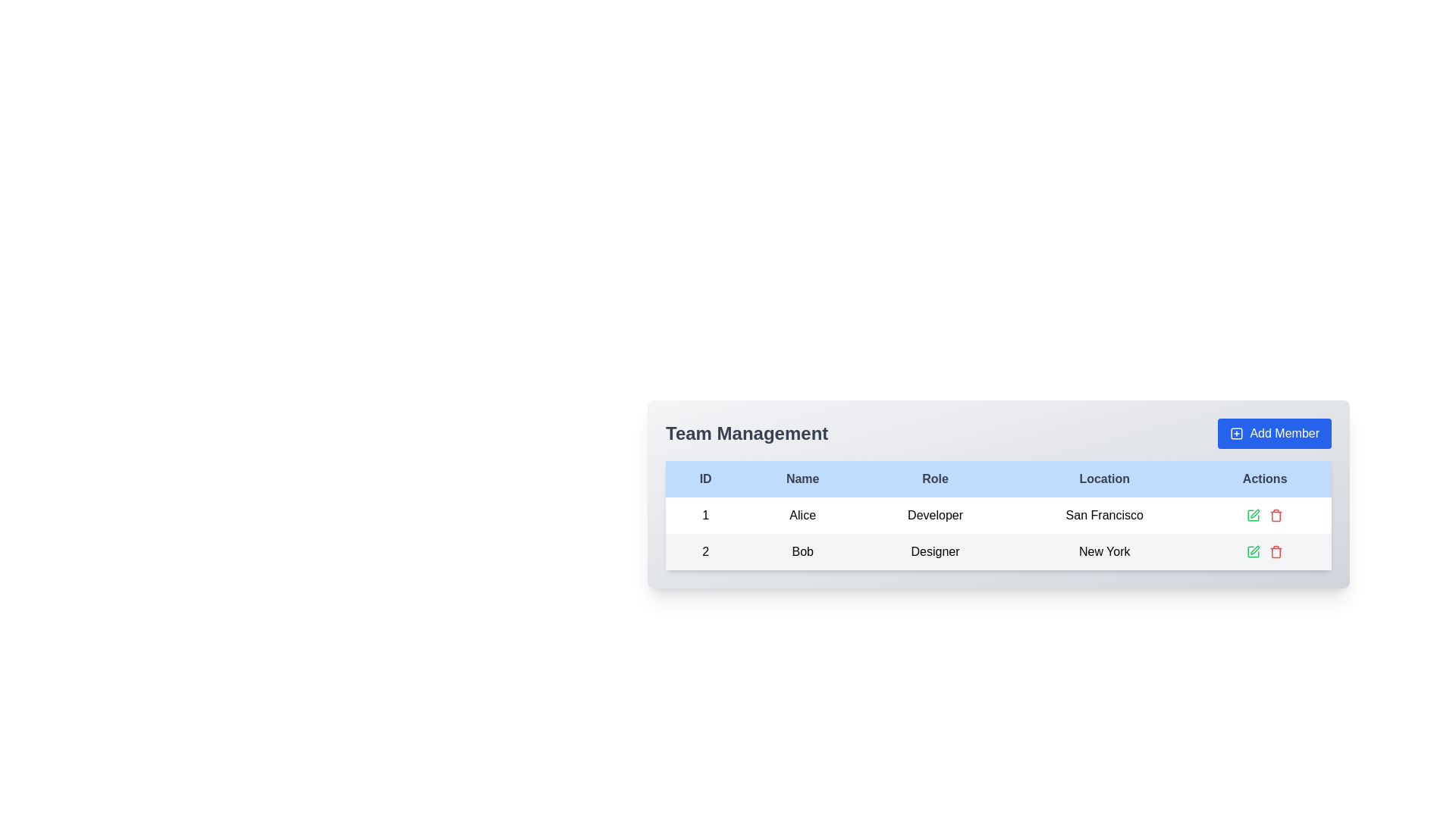  Describe the element at coordinates (1254, 552) in the screenshot. I see `the edit icon in the 'Actions' column of the second row for user 'Bob' to initiate editing features` at that location.